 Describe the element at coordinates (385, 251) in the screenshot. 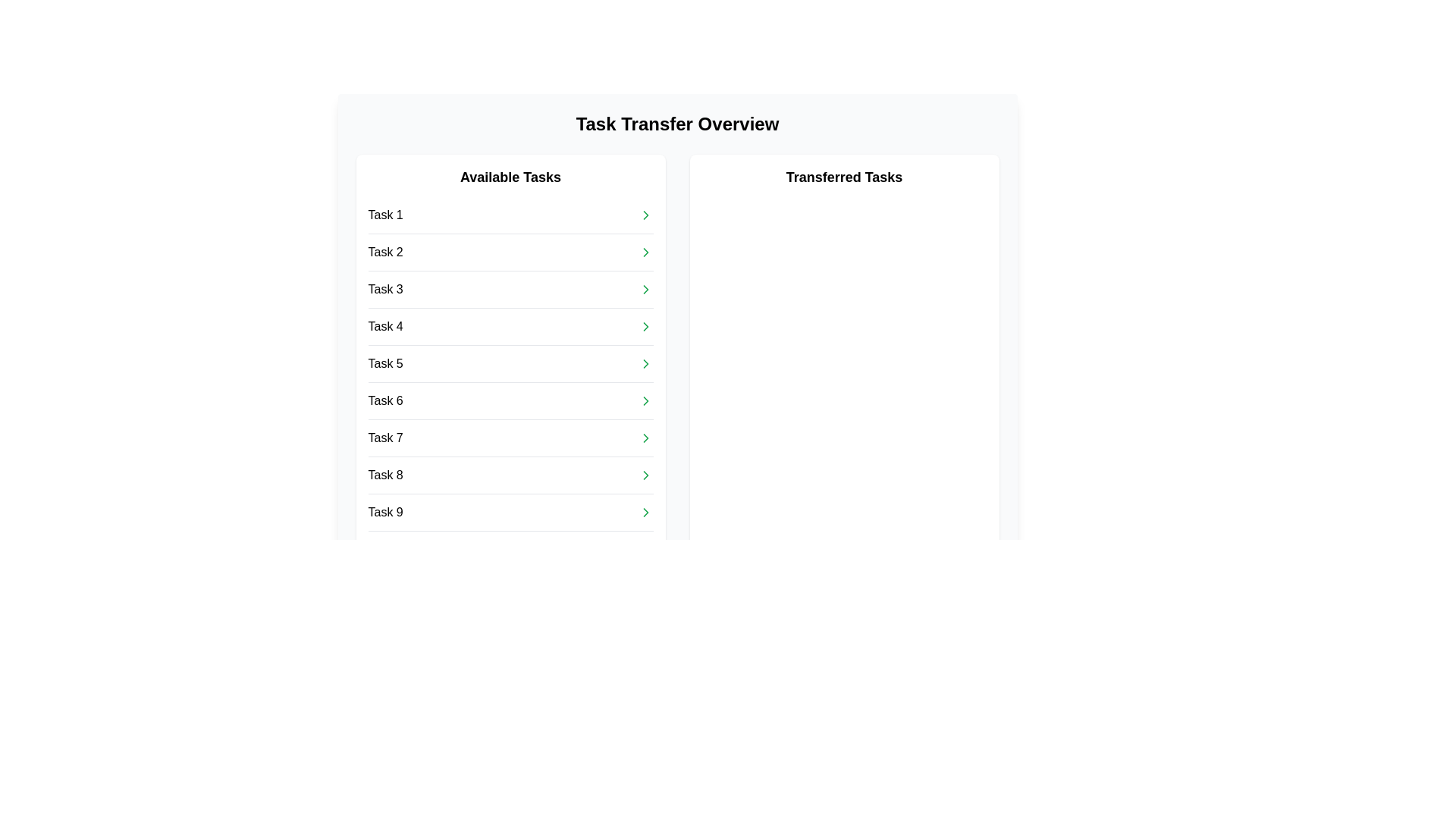

I see `the text label displaying 'Task 2' in the 'Available Tasks' column` at that location.